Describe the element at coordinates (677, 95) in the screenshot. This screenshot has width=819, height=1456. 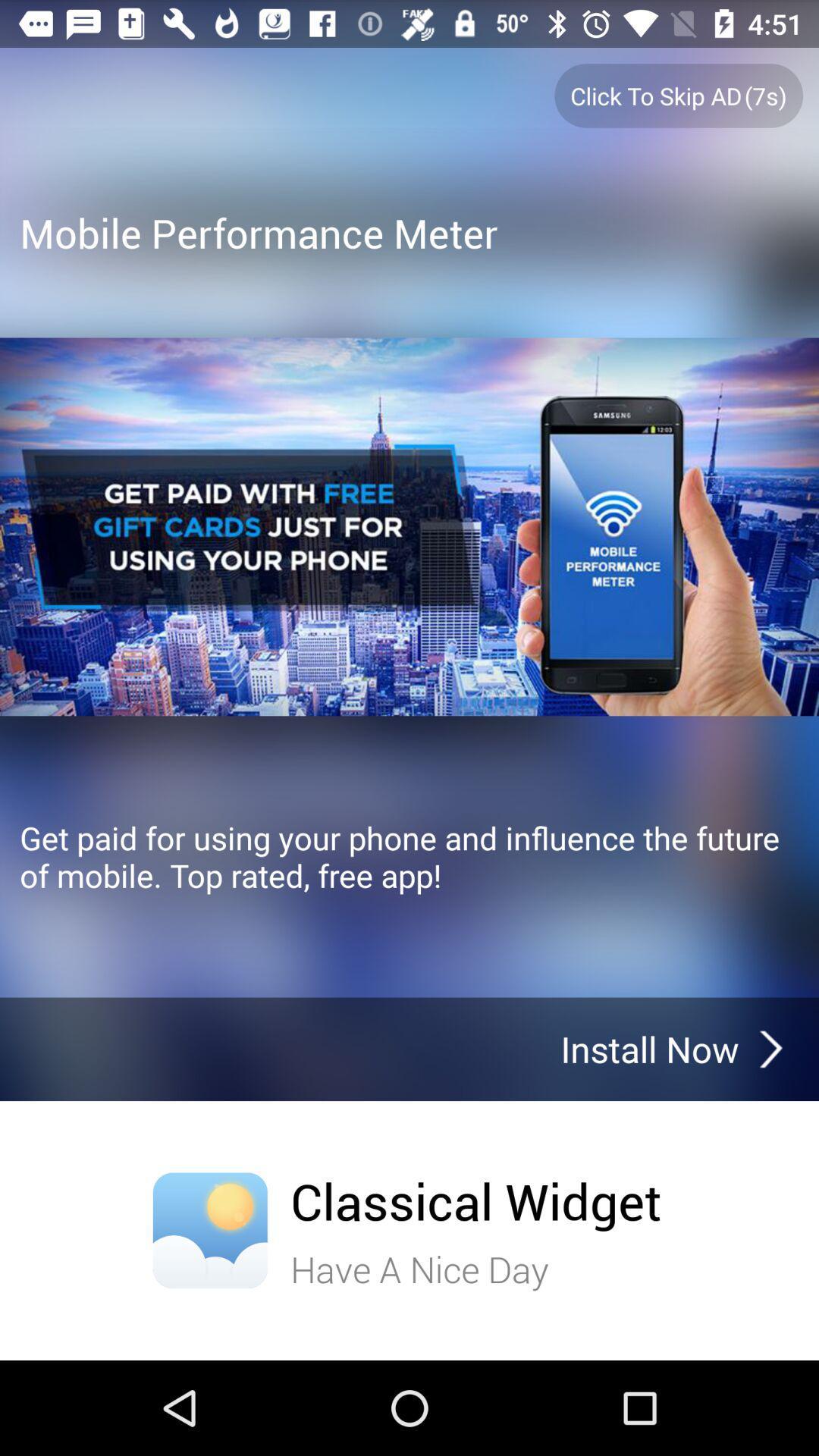
I see `the click to skip ad7s button` at that location.